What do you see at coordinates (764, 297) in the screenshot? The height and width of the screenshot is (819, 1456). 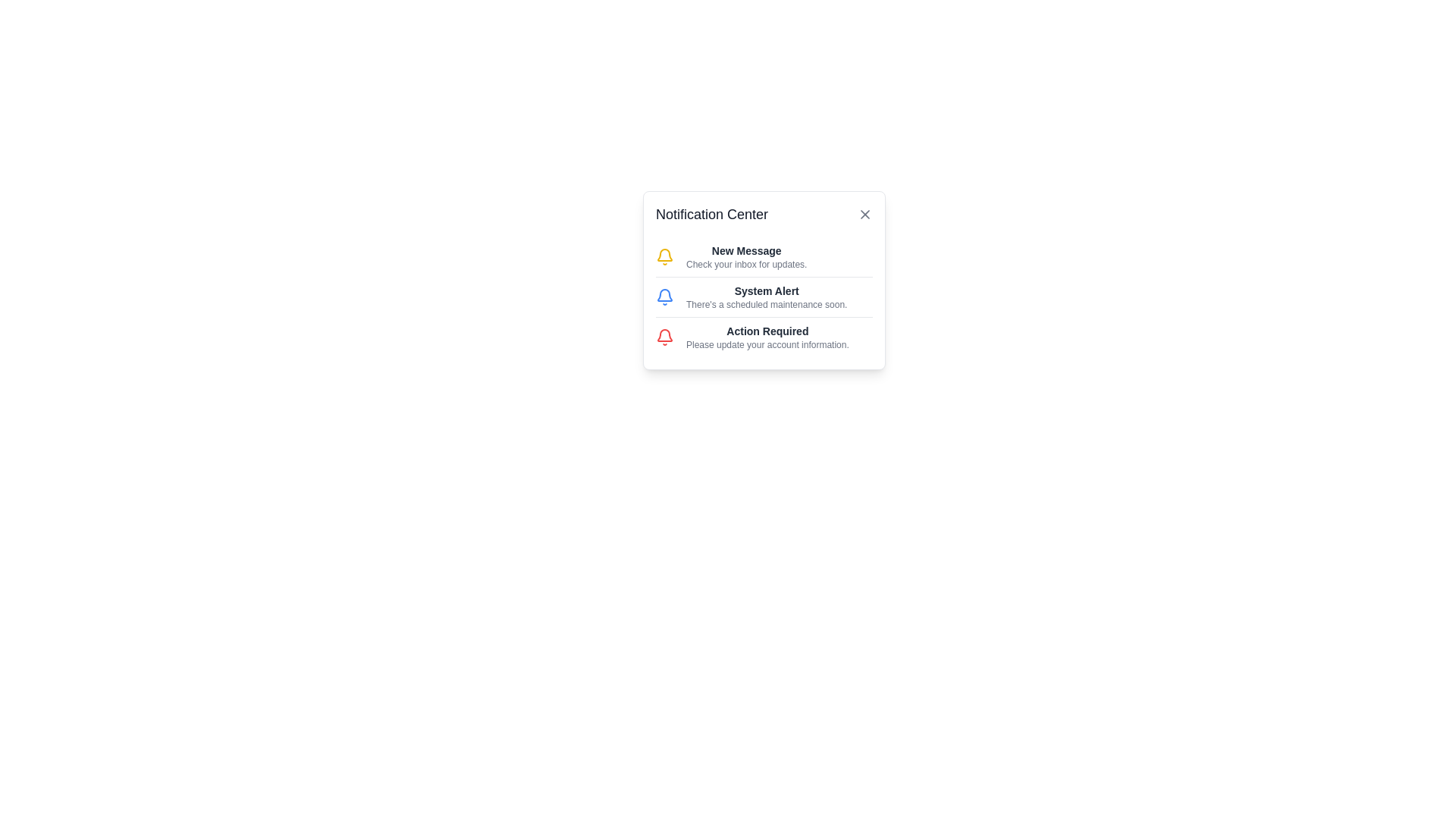 I see `the second notification in the 'Notification Center' titled 'System Alert' which contains a blue bell icon, a bold heading, and descriptive text` at bounding box center [764, 297].